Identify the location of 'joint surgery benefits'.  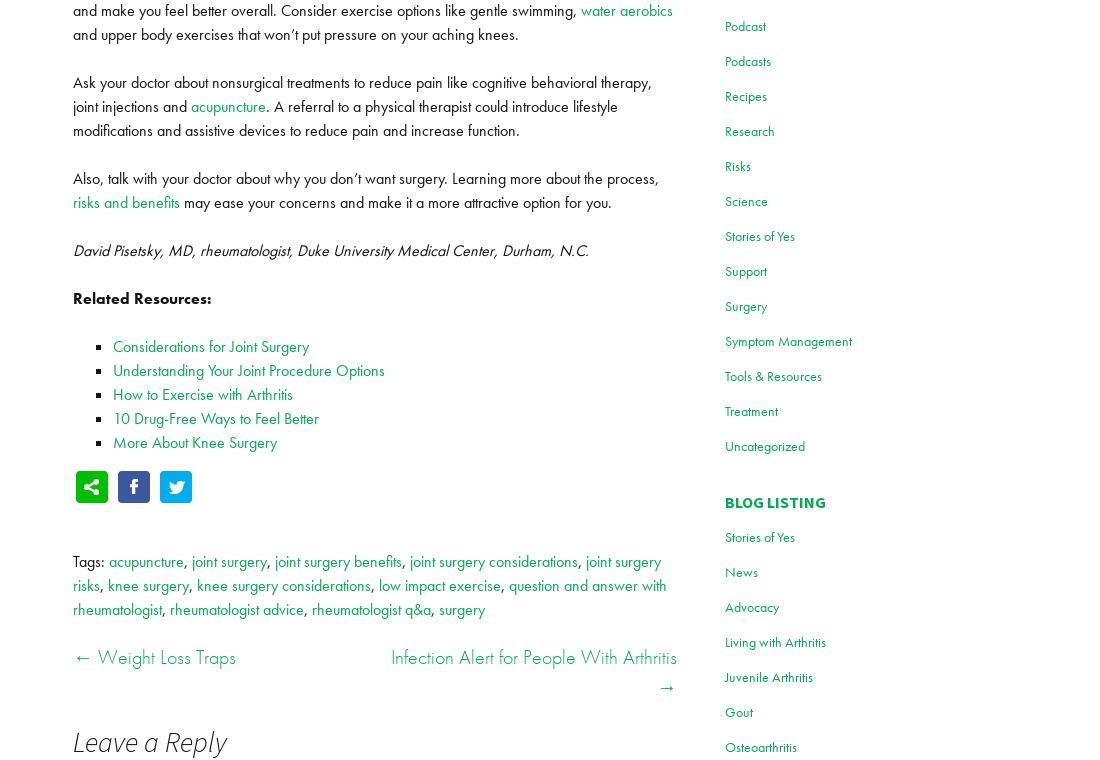
(337, 561).